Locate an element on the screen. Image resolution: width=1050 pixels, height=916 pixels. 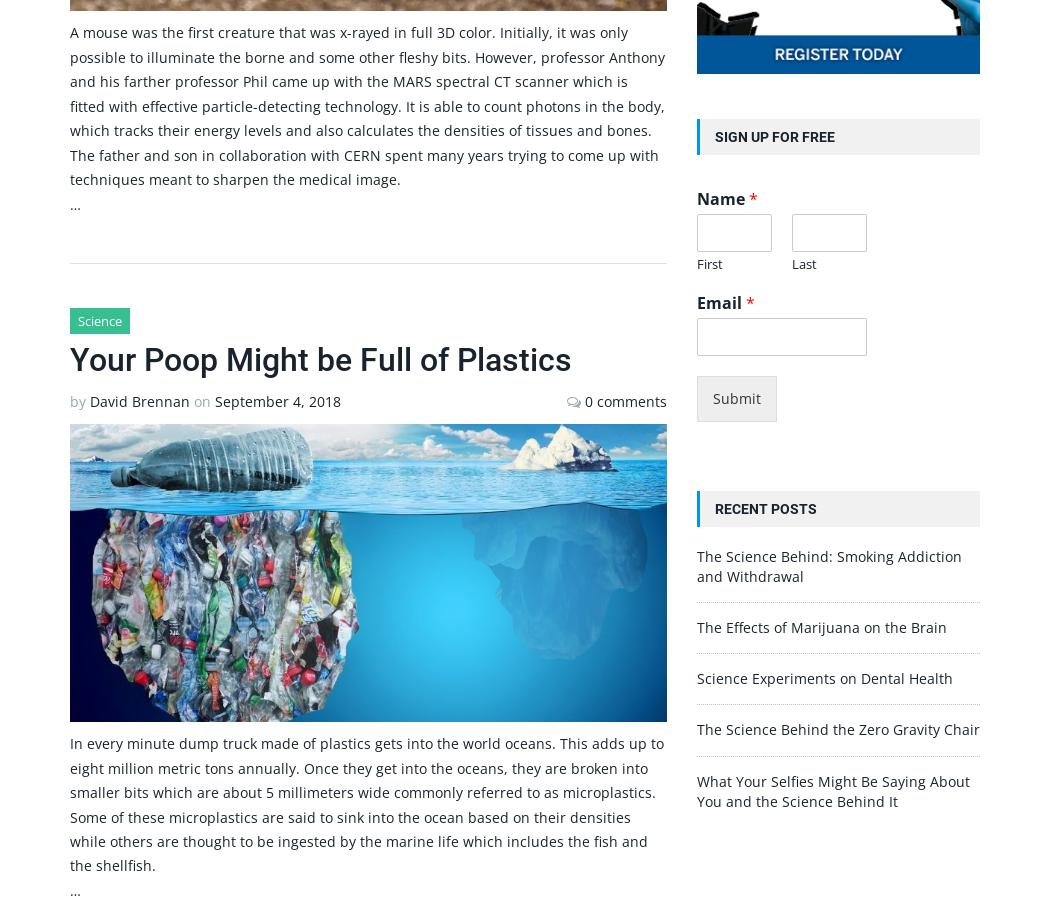
'The Science Behind: Smoking Addiction and Withdrawal' is located at coordinates (828, 564).